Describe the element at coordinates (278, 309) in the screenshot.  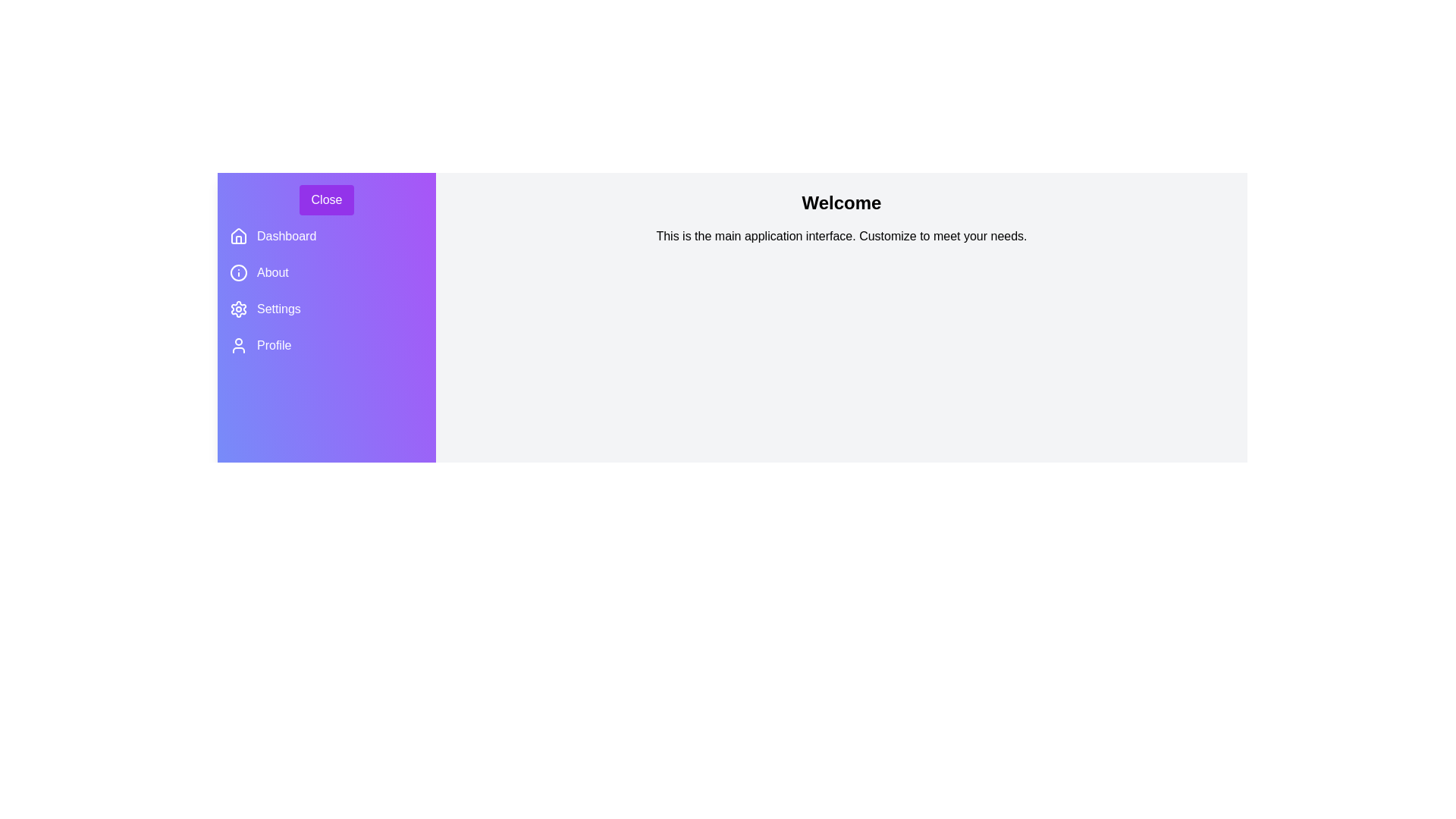
I see `the 'Settings' menu item in the drawer` at that location.